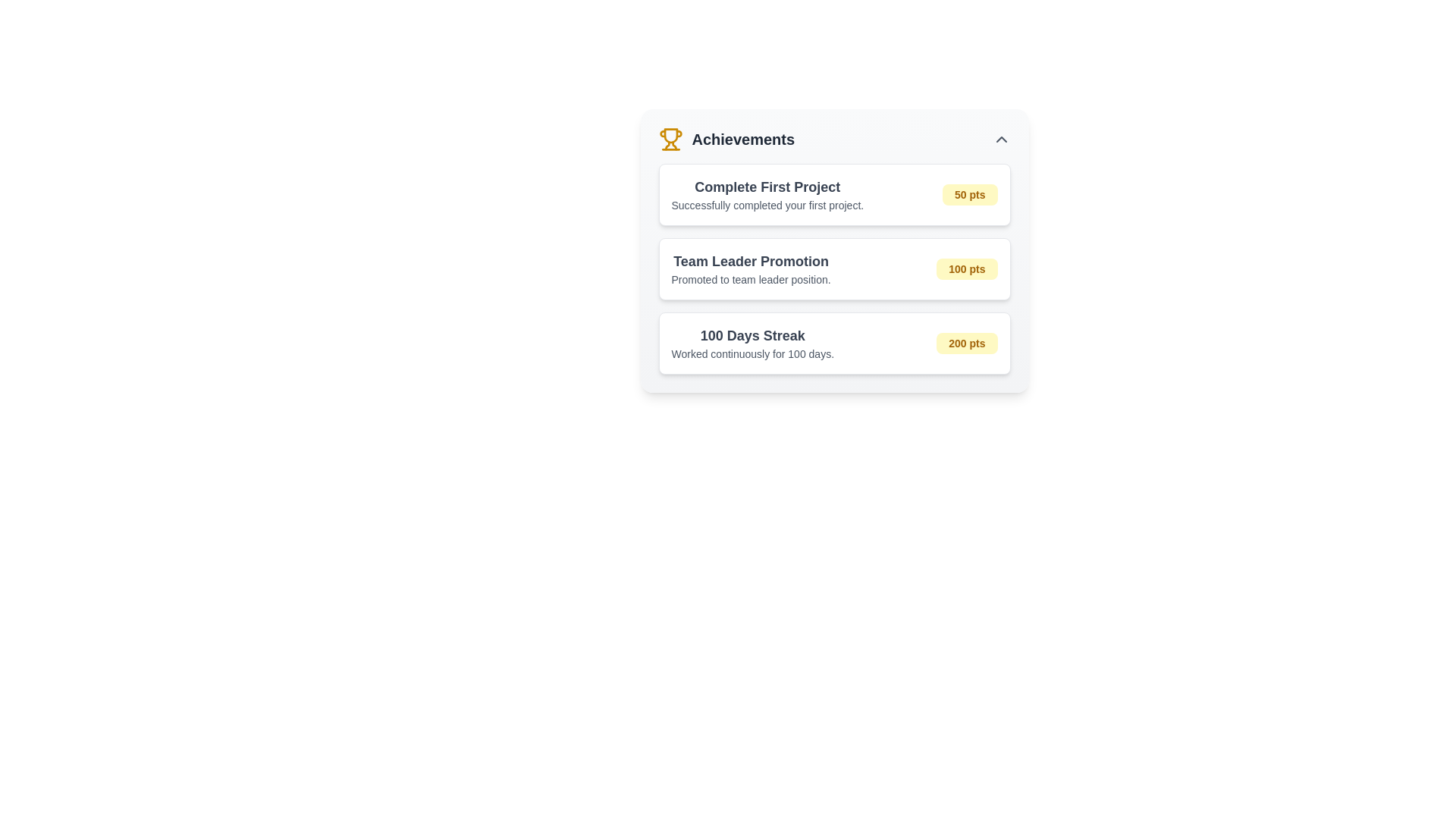  What do you see at coordinates (752, 343) in the screenshot?
I see `the informational textual label indicating an achievement of continuous work for 100 days, which is located in the third position of a vertically arranged list within a card layout` at bounding box center [752, 343].